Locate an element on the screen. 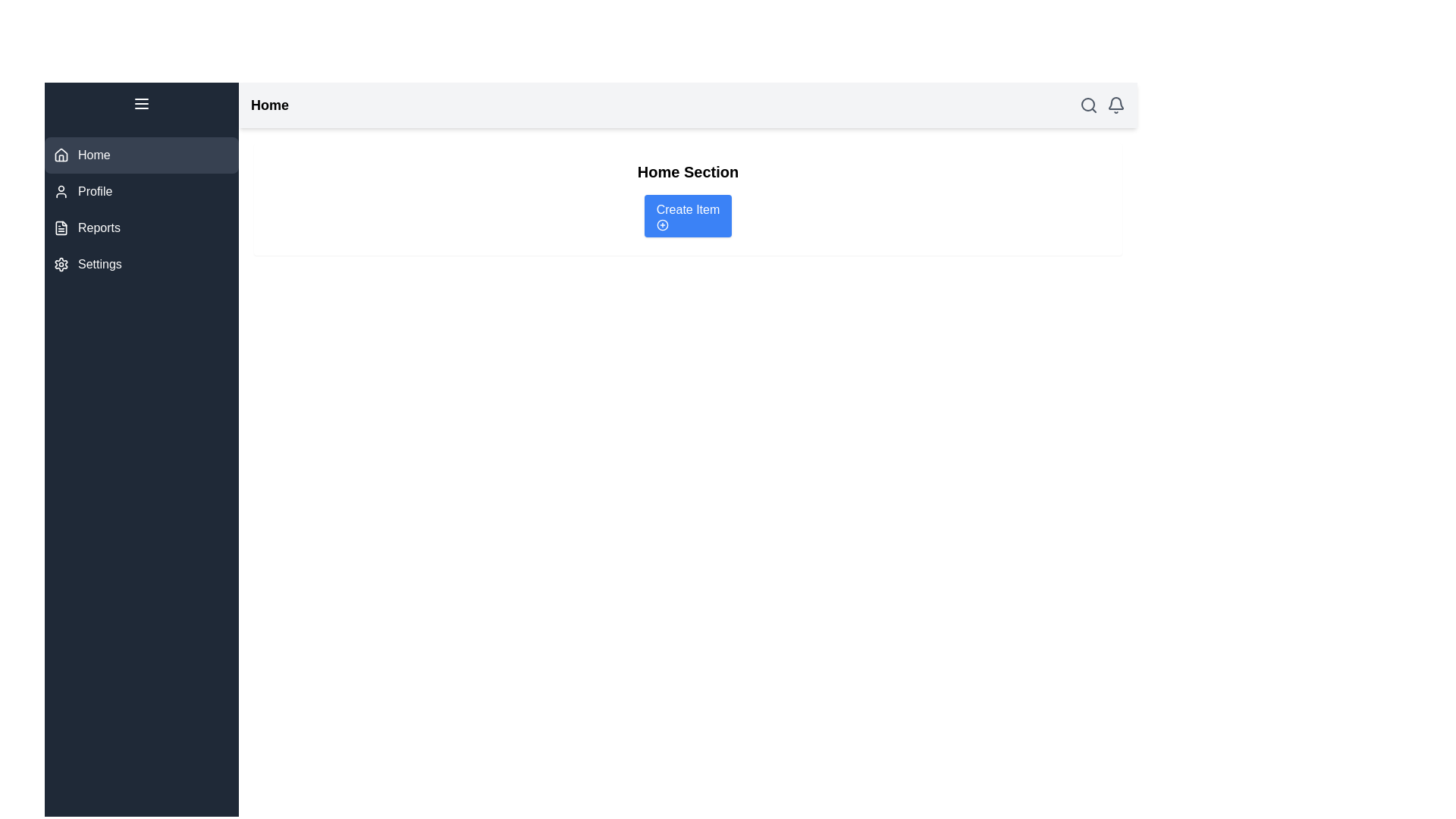  the 'Profile' text label in the sidebar navigation menu is located at coordinates (94, 191).